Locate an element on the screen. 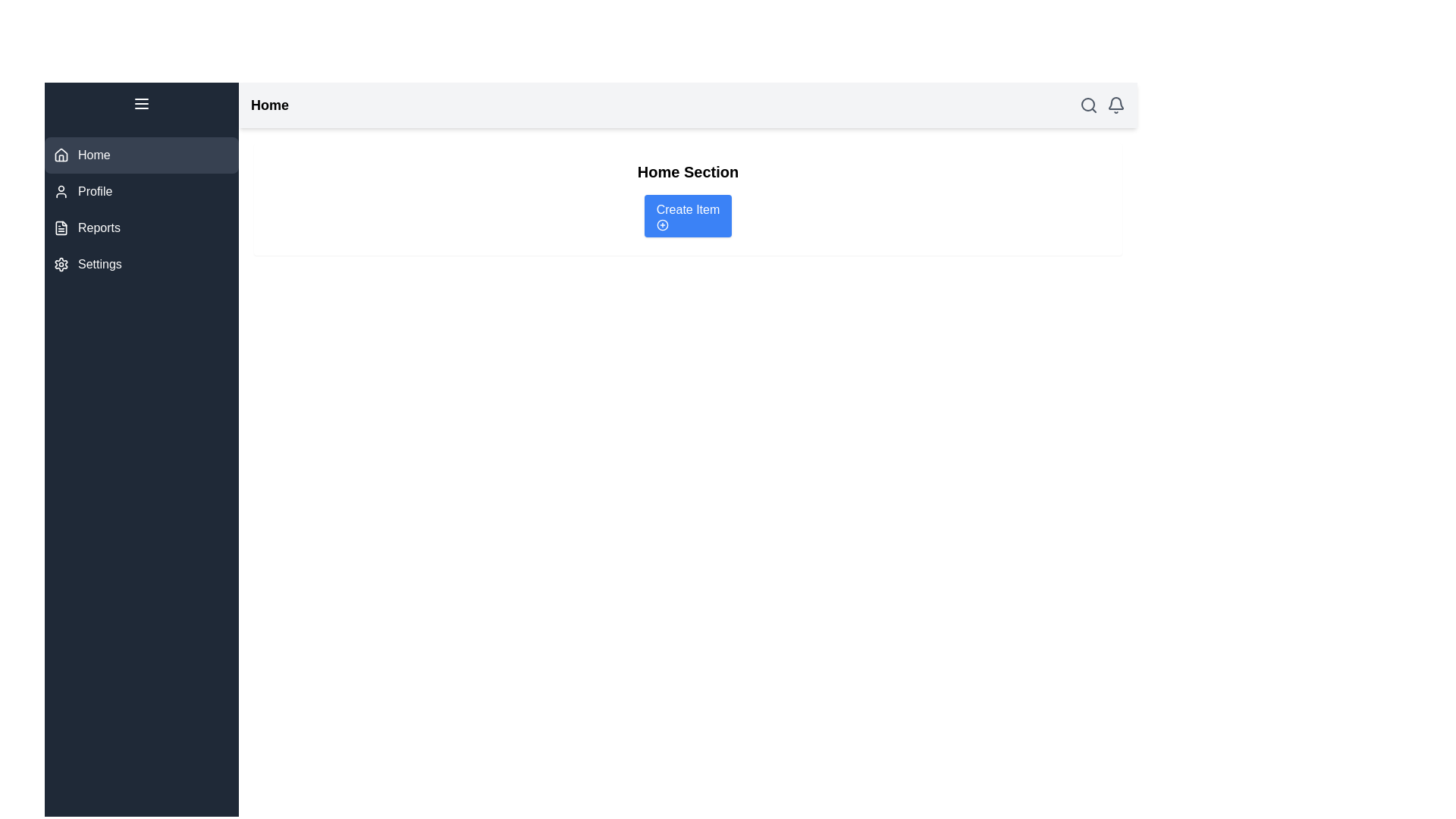  the 'Profile' text label in the sidebar navigation menu is located at coordinates (94, 191).